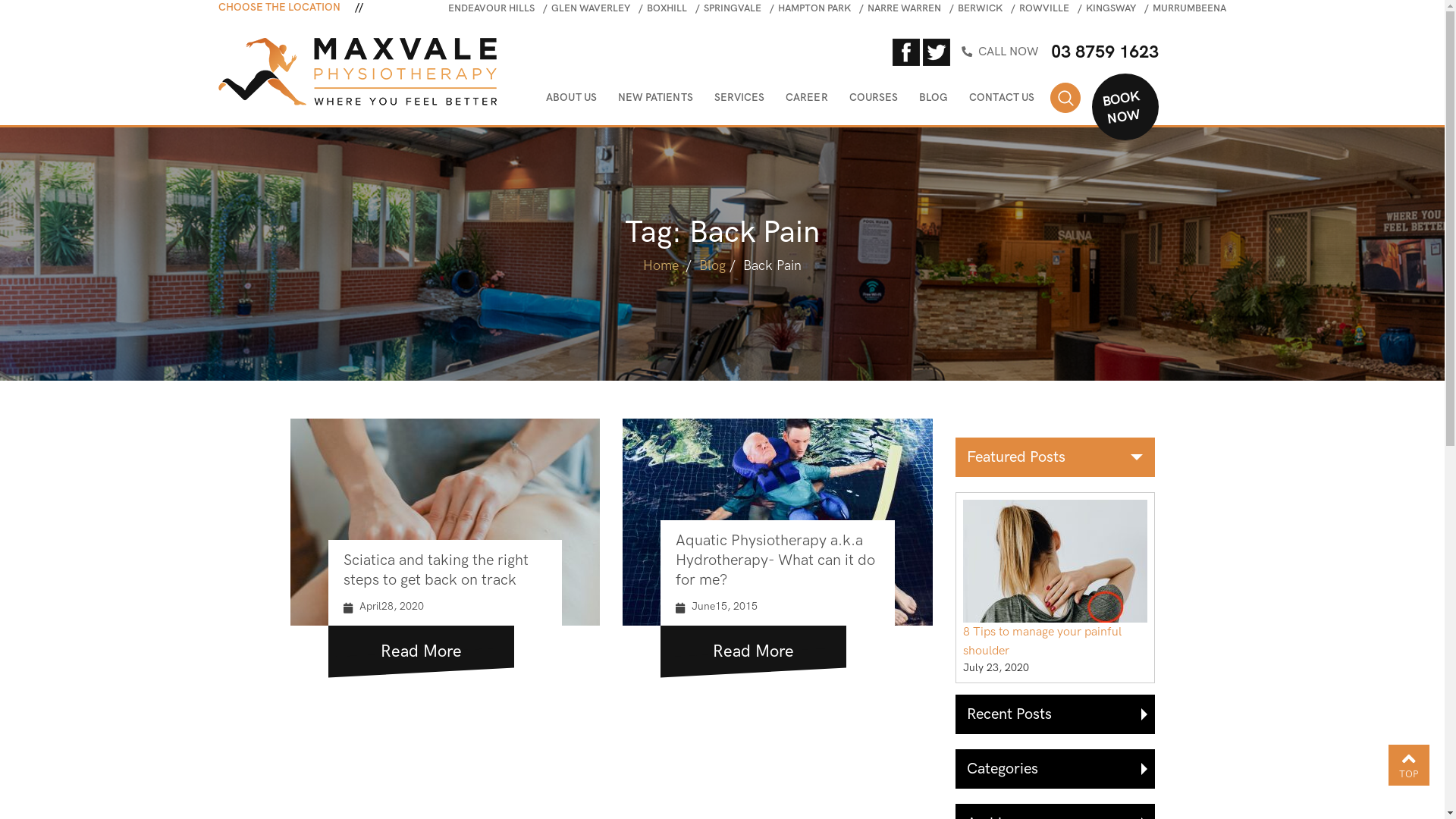  What do you see at coordinates (814, 8) in the screenshot?
I see `'HAMPTON PARK'` at bounding box center [814, 8].